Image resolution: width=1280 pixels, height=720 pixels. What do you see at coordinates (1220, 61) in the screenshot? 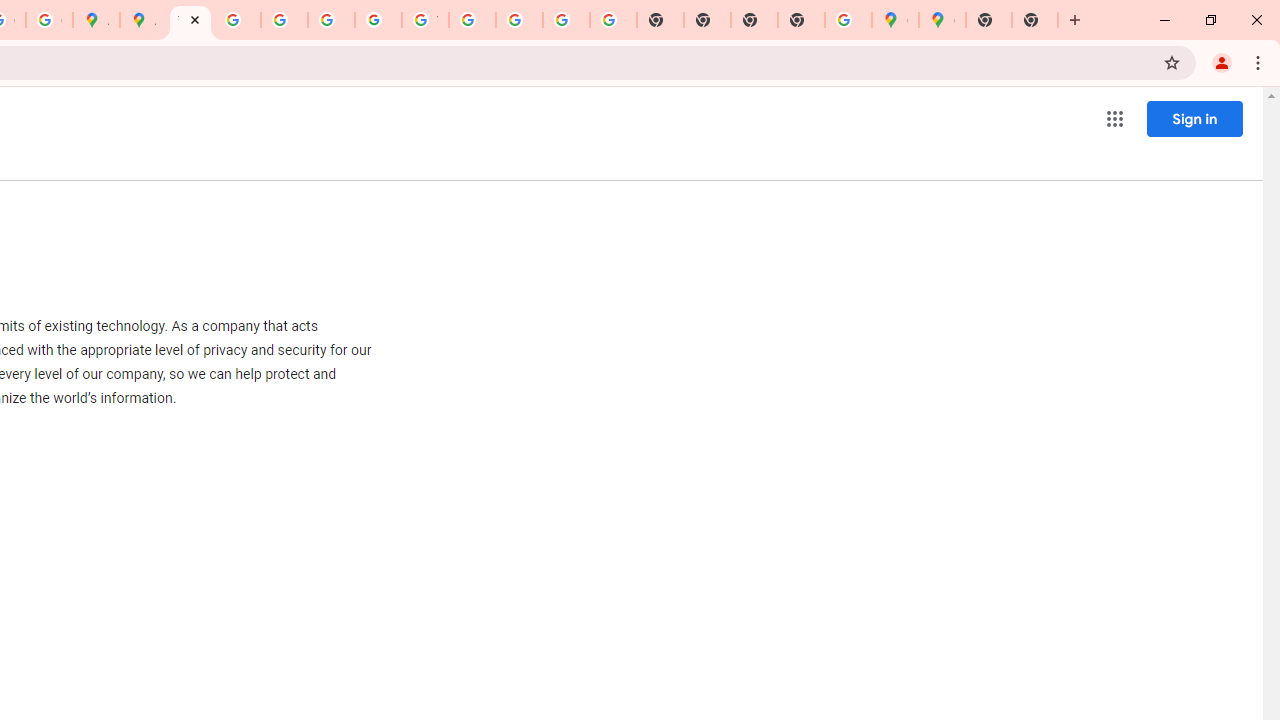
I see `'You'` at bounding box center [1220, 61].